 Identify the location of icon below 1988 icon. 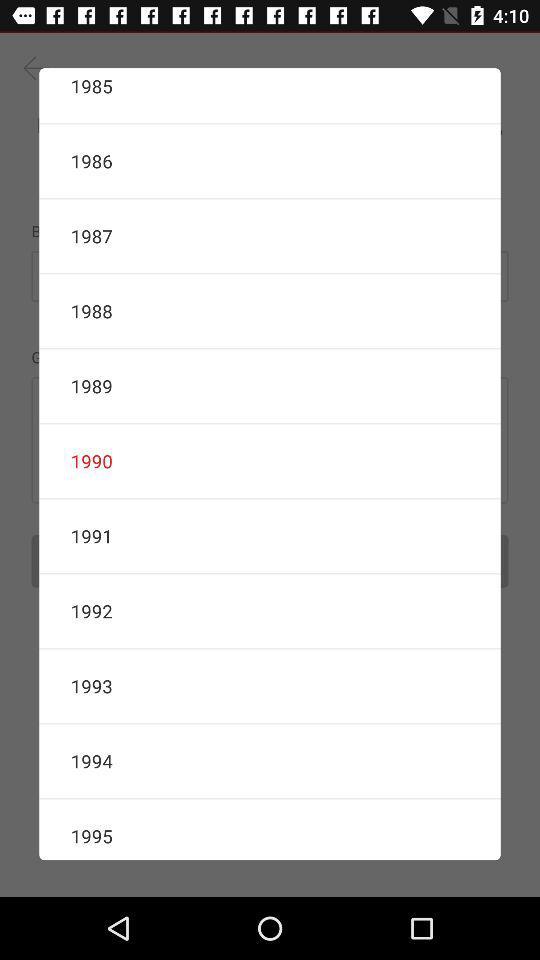
(270, 385).